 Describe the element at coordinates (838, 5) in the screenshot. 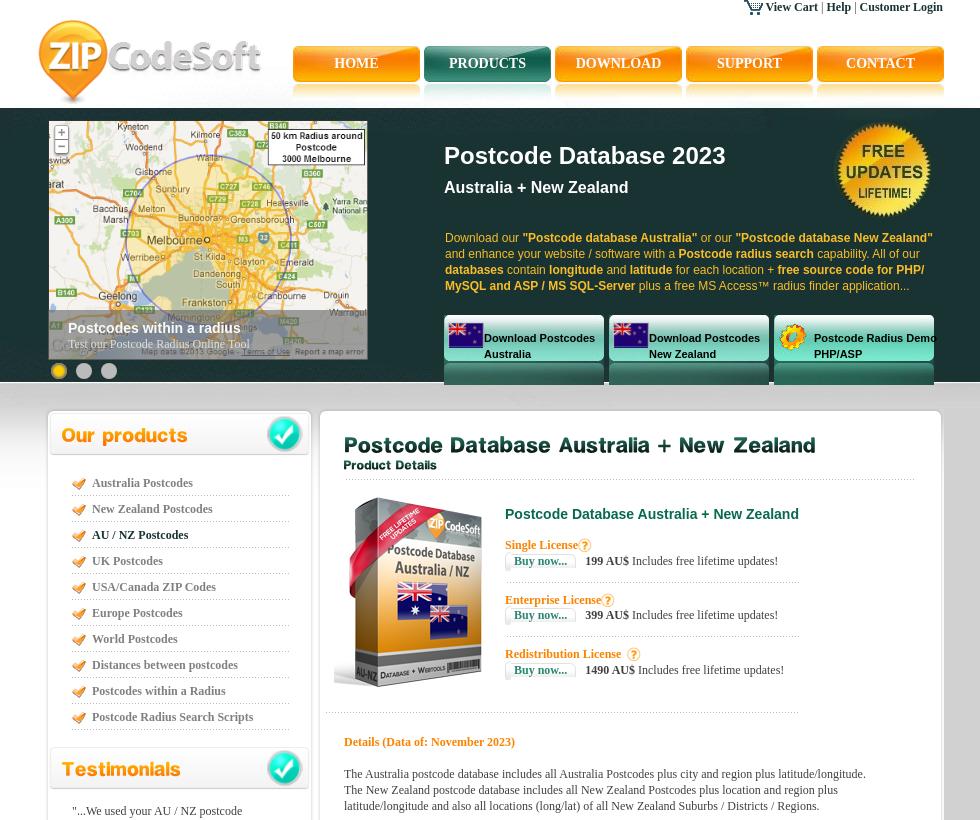

I see `'Help'` at that location.